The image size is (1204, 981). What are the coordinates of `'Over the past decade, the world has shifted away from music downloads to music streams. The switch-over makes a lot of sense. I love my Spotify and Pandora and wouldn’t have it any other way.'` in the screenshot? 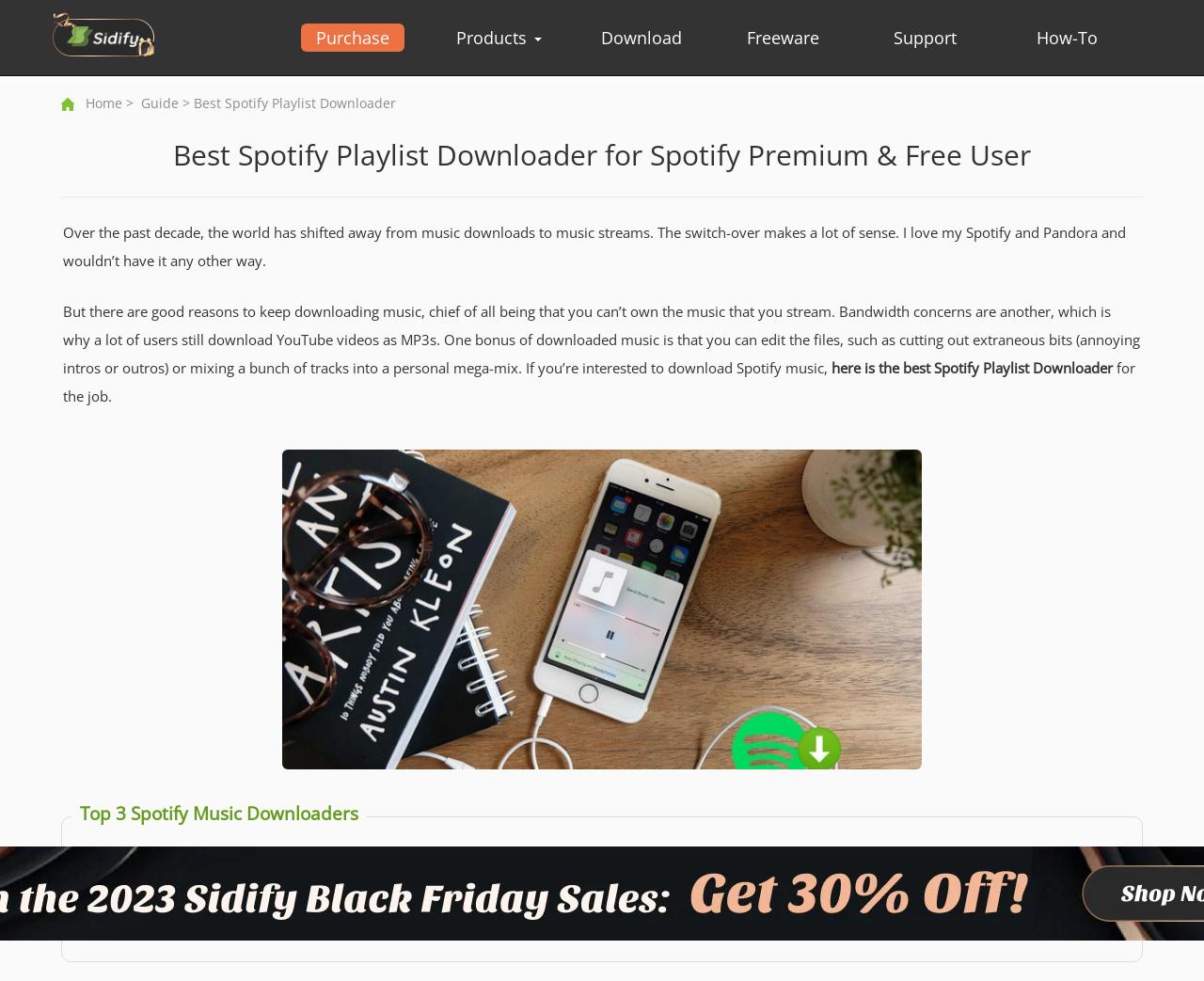 It's located at (62, 246).